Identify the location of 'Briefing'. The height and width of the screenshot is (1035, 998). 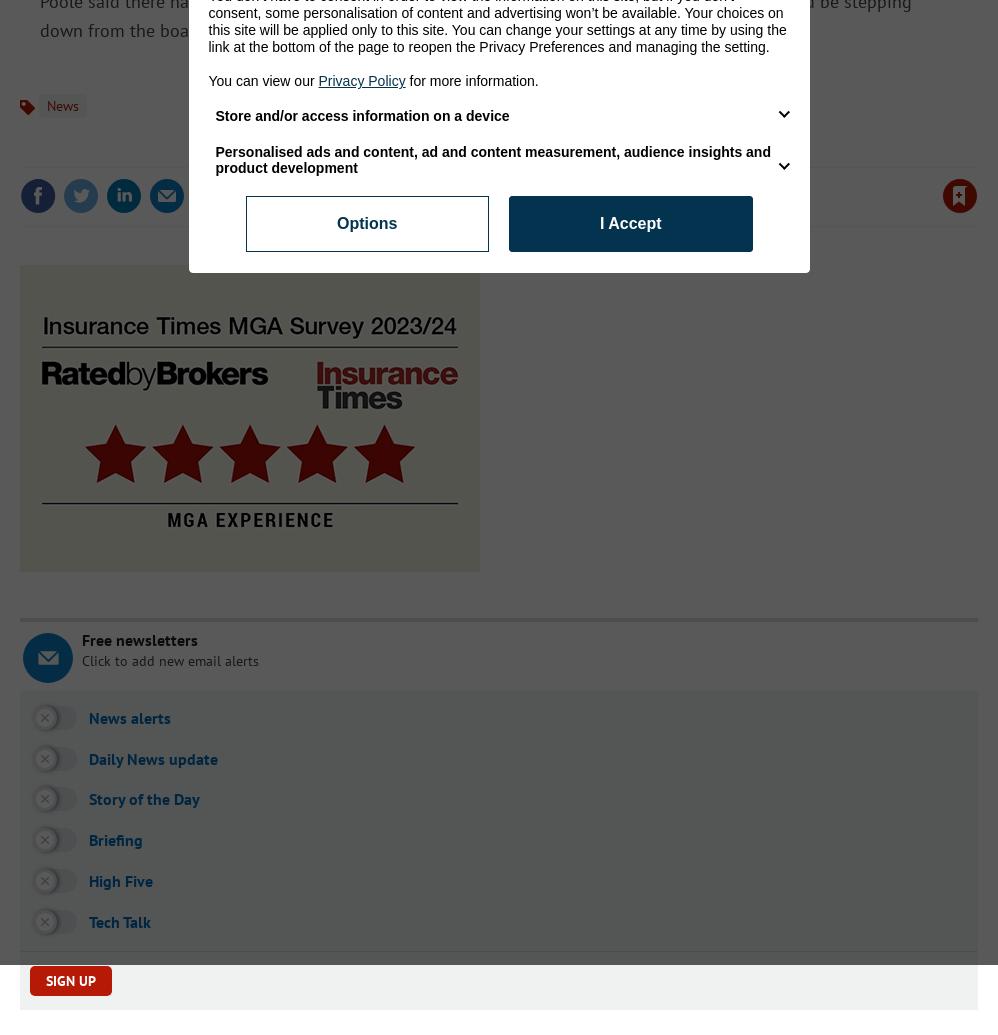
(115, 839).